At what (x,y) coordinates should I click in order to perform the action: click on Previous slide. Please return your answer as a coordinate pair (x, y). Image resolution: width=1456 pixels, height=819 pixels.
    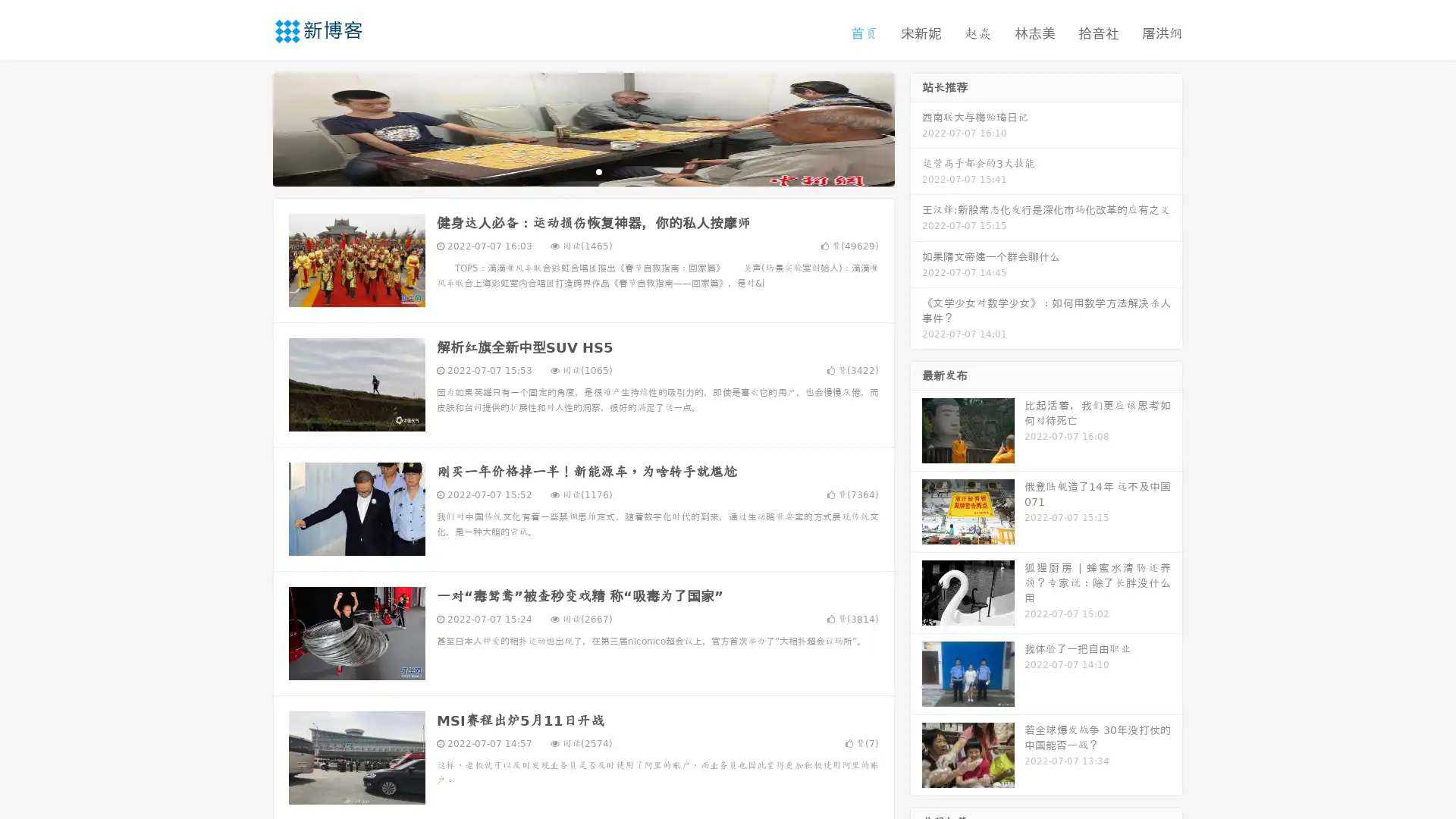
    Looking at the image, I should click on (250, 127).